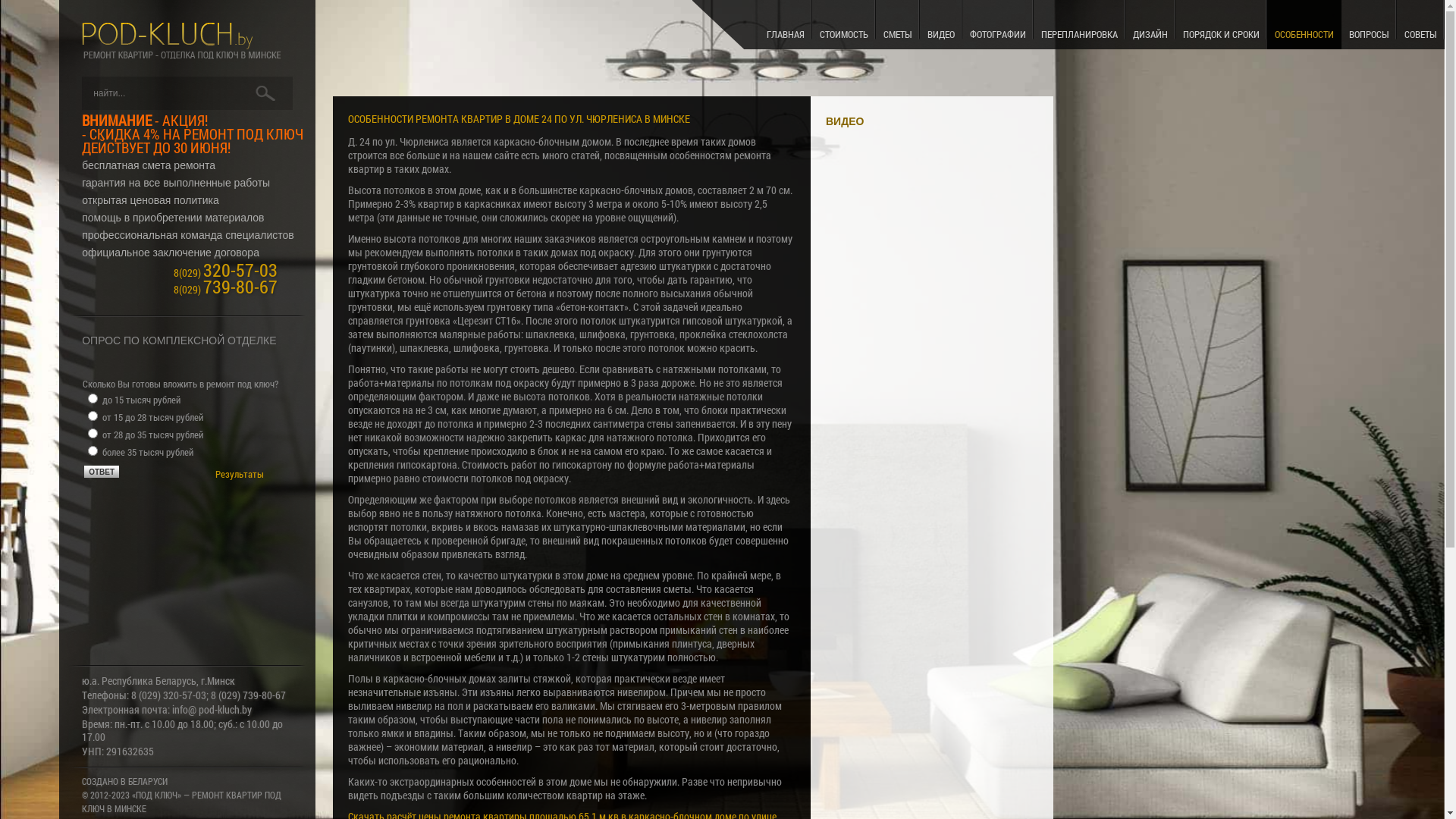 Image resolution: width=1456 pixels, height=819 pixels. I want to click on '8(029) 739-80-67', so click(224, 289).